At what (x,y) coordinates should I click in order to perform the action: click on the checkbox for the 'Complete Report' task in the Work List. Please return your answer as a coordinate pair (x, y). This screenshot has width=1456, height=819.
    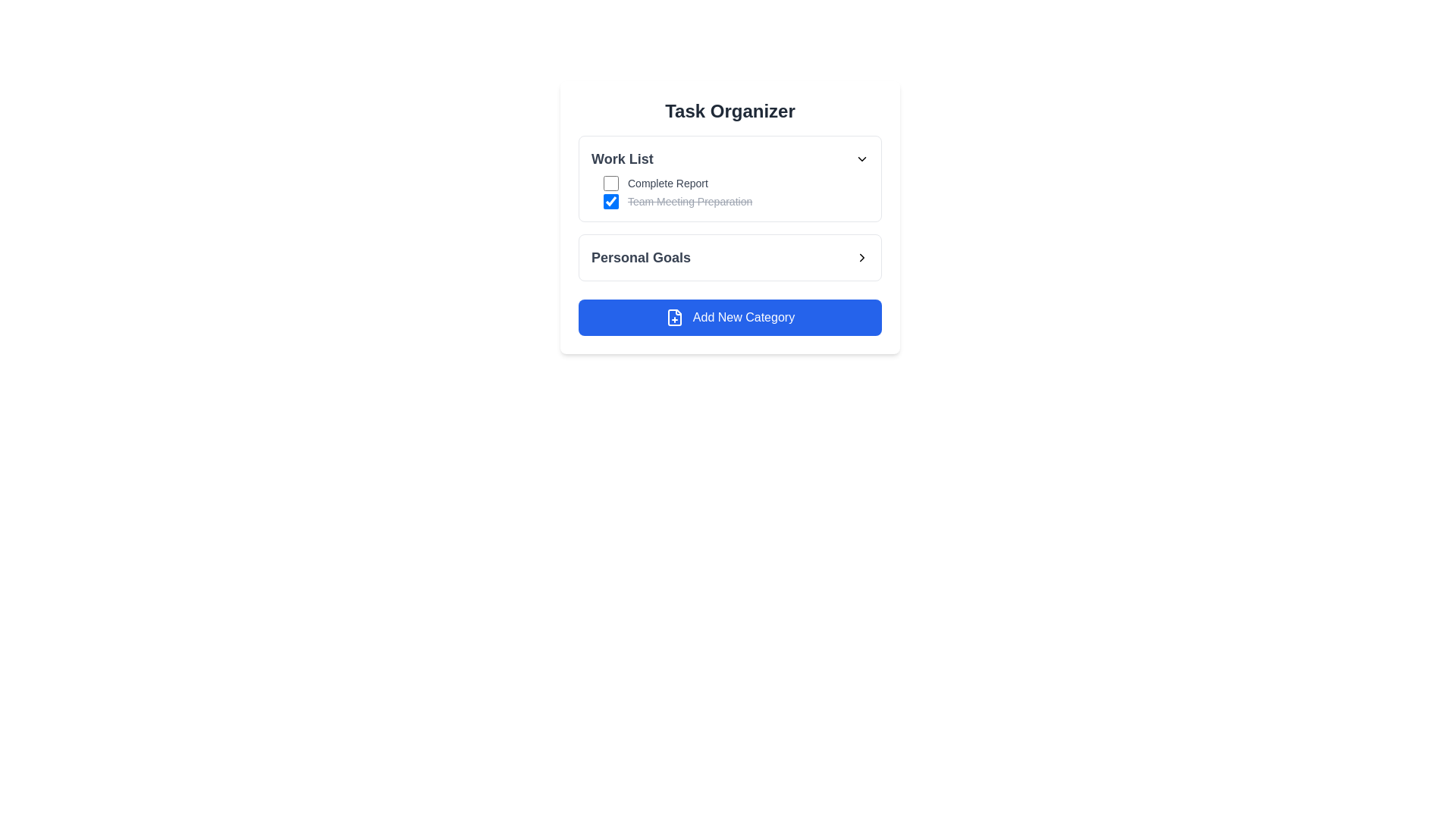
    Looking at the image, I should click on (736, 183).